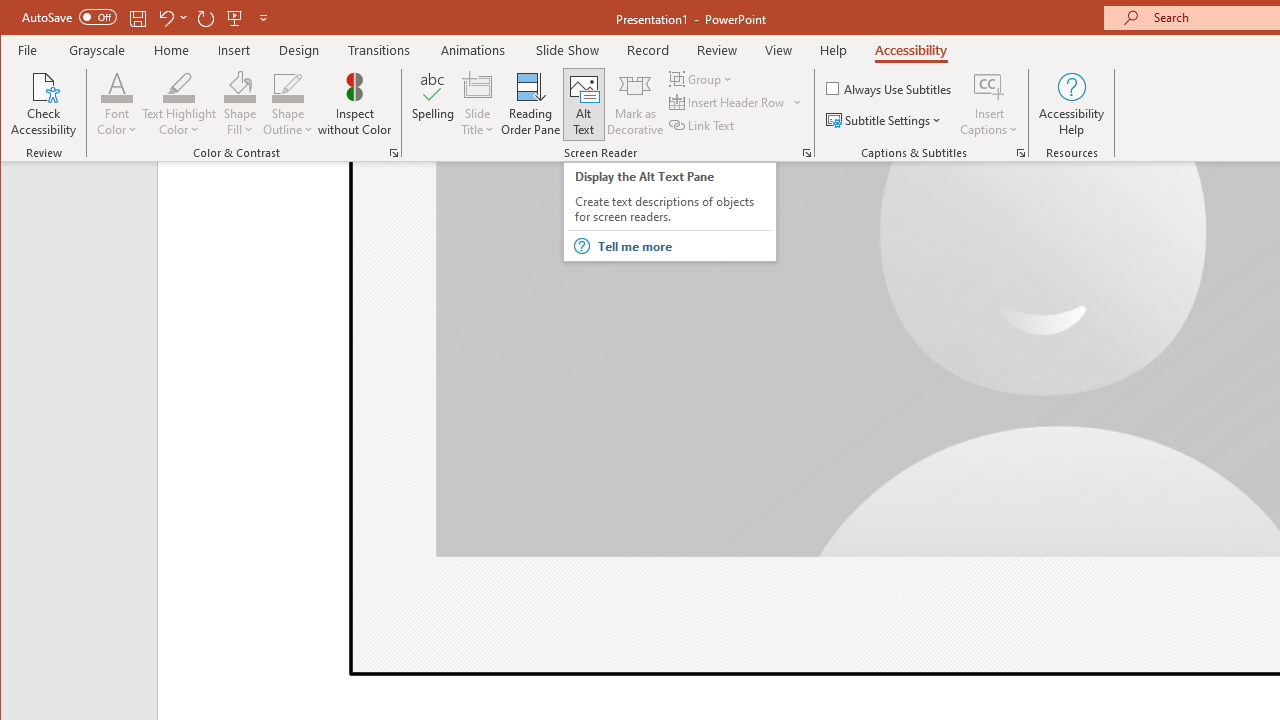 Image resolution: width=1280 pixels, height=720 pixels. I want to click on 'Screen Reader', so click(807, 152).